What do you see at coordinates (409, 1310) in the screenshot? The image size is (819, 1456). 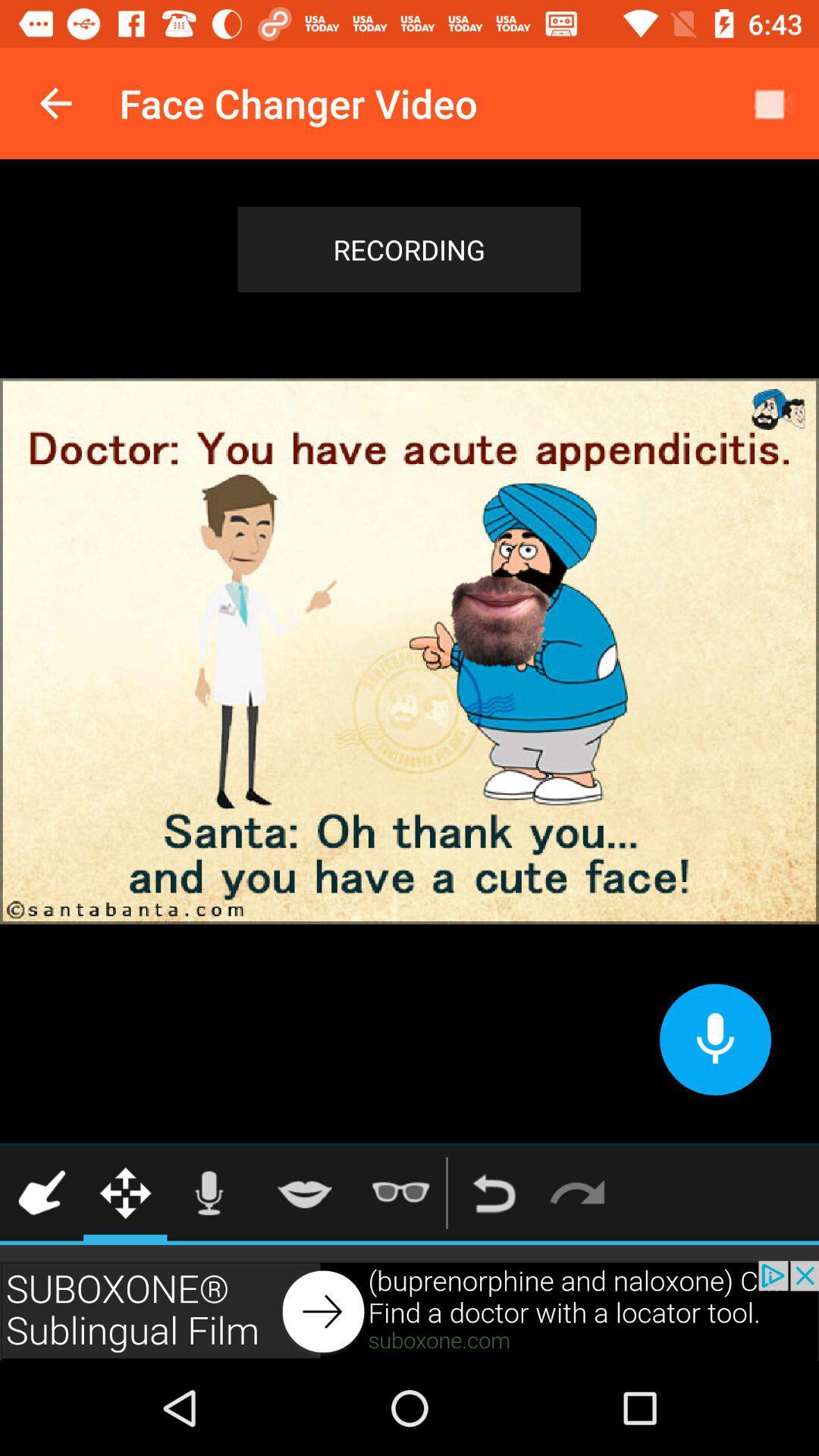 I see `advertisement` at bounding box center [409, 1310].